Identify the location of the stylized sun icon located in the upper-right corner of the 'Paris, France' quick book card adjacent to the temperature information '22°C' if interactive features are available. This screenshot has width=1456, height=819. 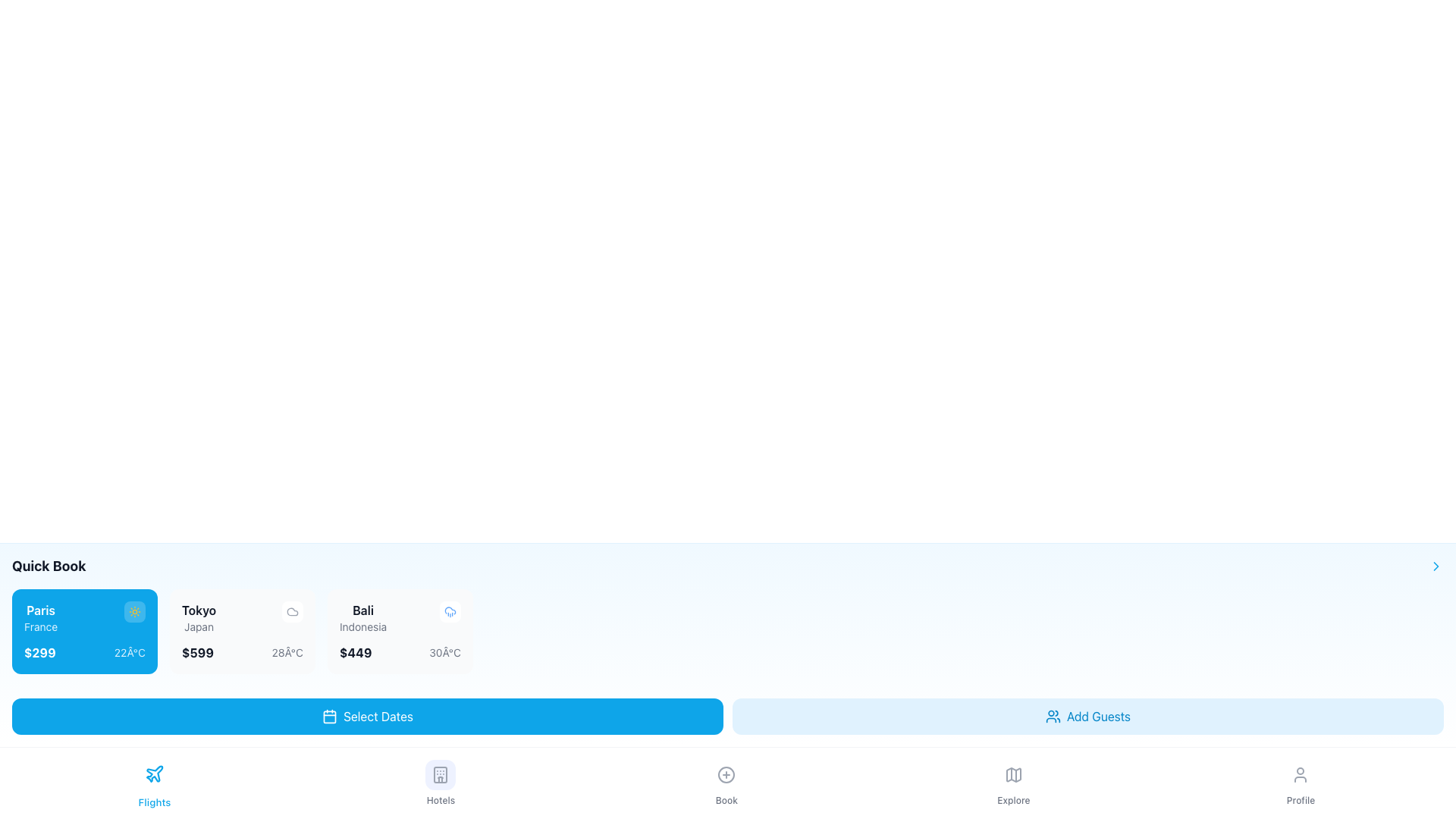
(134, 610).